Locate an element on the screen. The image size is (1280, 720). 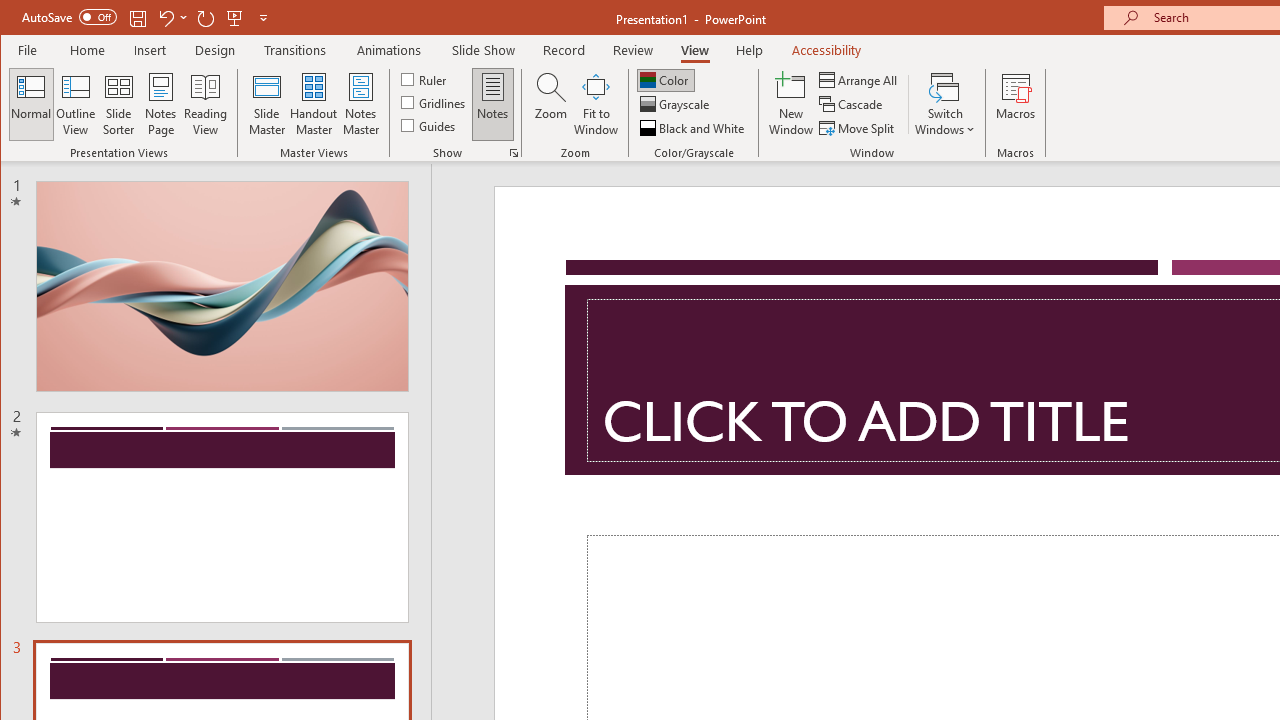
'Switch Windows' is located at coordinates (944, 104).